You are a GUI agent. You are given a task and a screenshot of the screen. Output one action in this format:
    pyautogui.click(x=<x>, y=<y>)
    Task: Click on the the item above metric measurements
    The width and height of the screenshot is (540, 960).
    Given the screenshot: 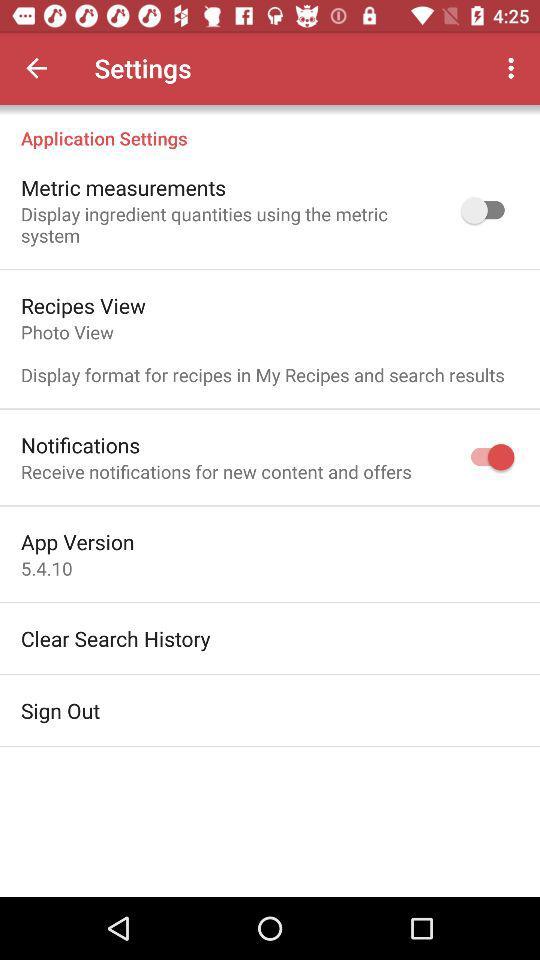 What is the action you would take?
    pyautogui.click(x=270, y=126)
    